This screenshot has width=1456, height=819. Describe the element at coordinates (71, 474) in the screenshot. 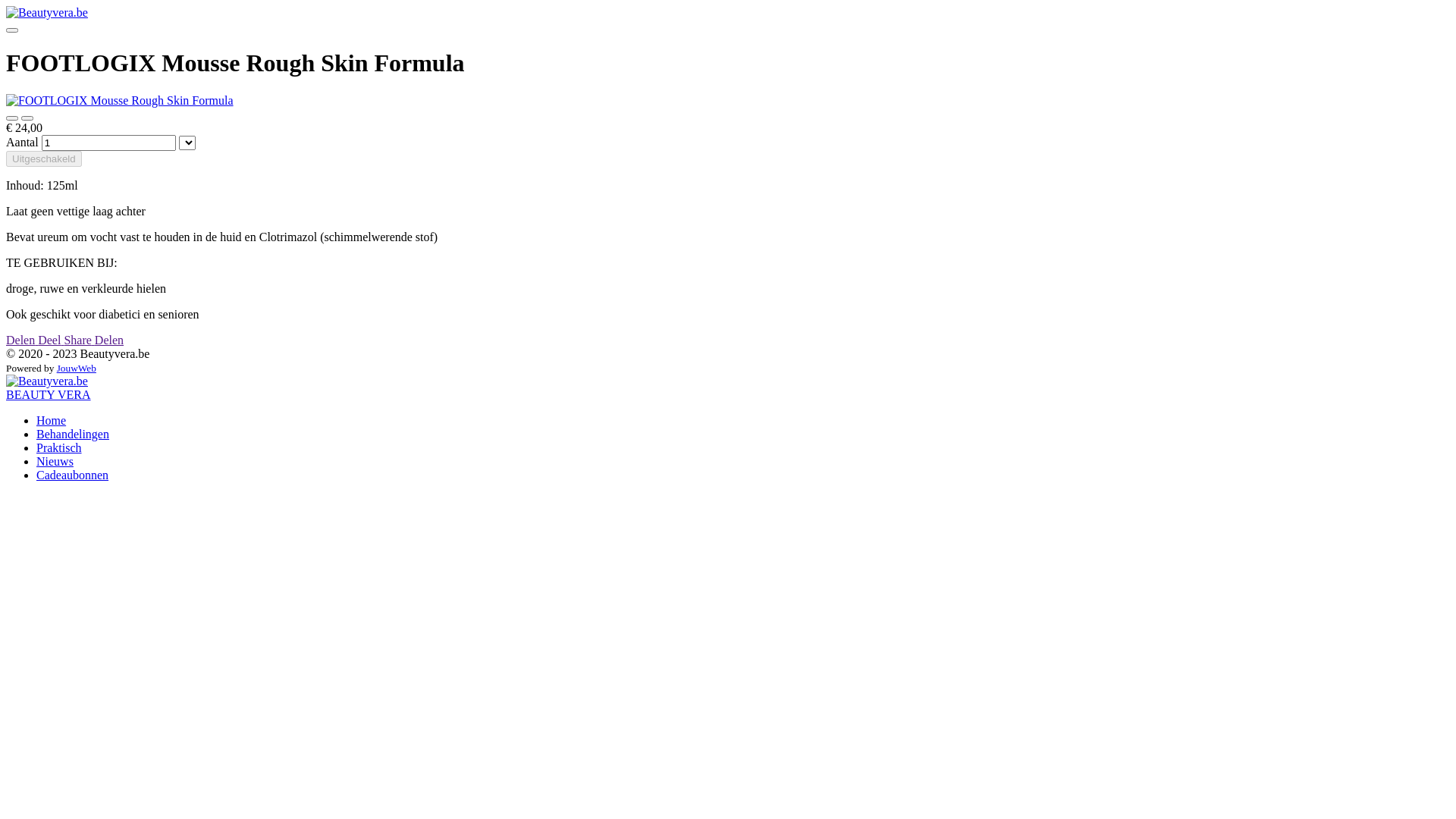

I see `'Cadeaubonnen'` at that location.